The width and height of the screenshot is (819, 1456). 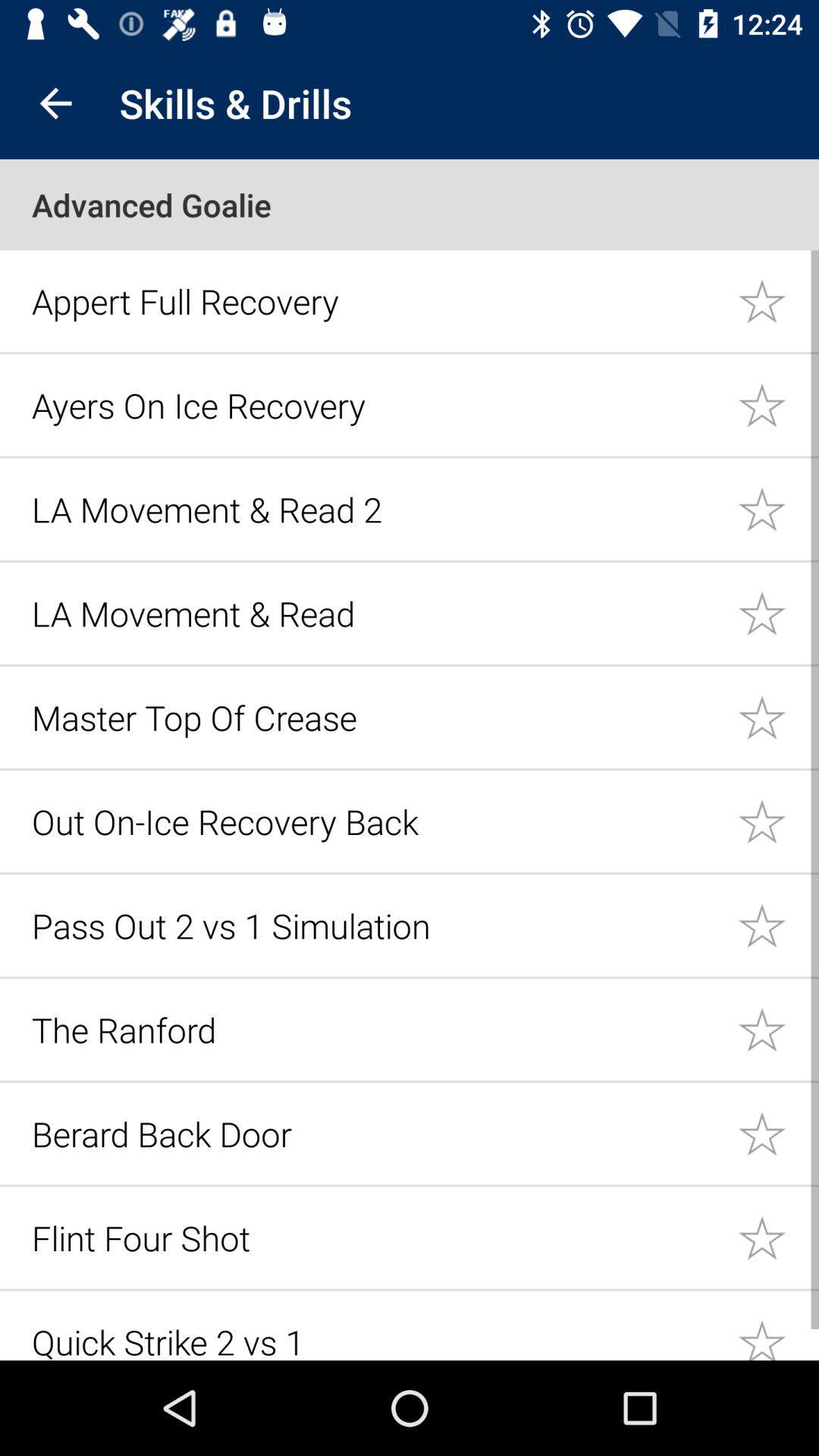 What do you see at coordinates (778, 924) in the screenshot?
I see `pass out 2 vs 1 simulation` at bounding box center [778, 924].